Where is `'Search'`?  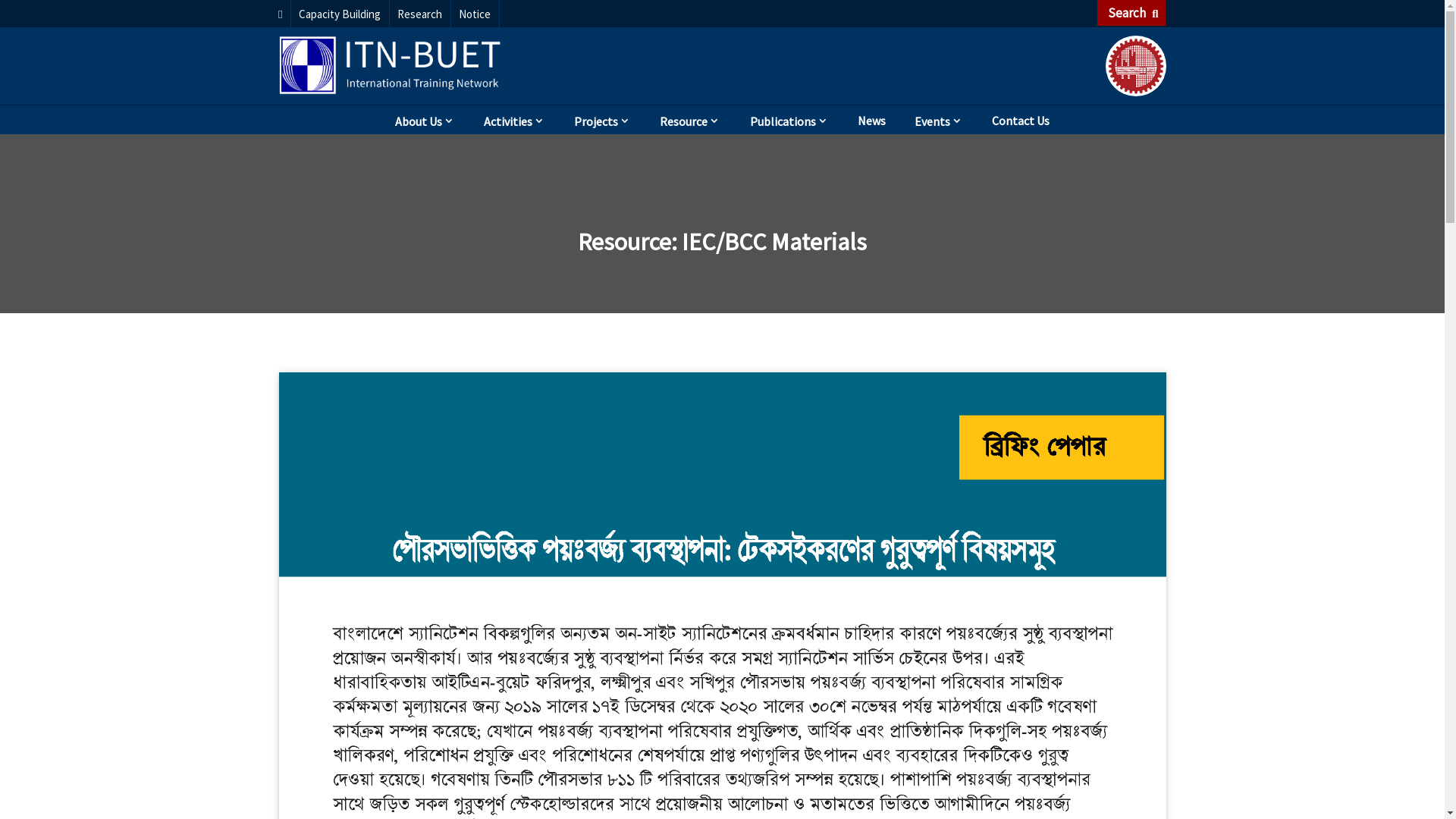 'Search' is located at coordinates (1131, 12).